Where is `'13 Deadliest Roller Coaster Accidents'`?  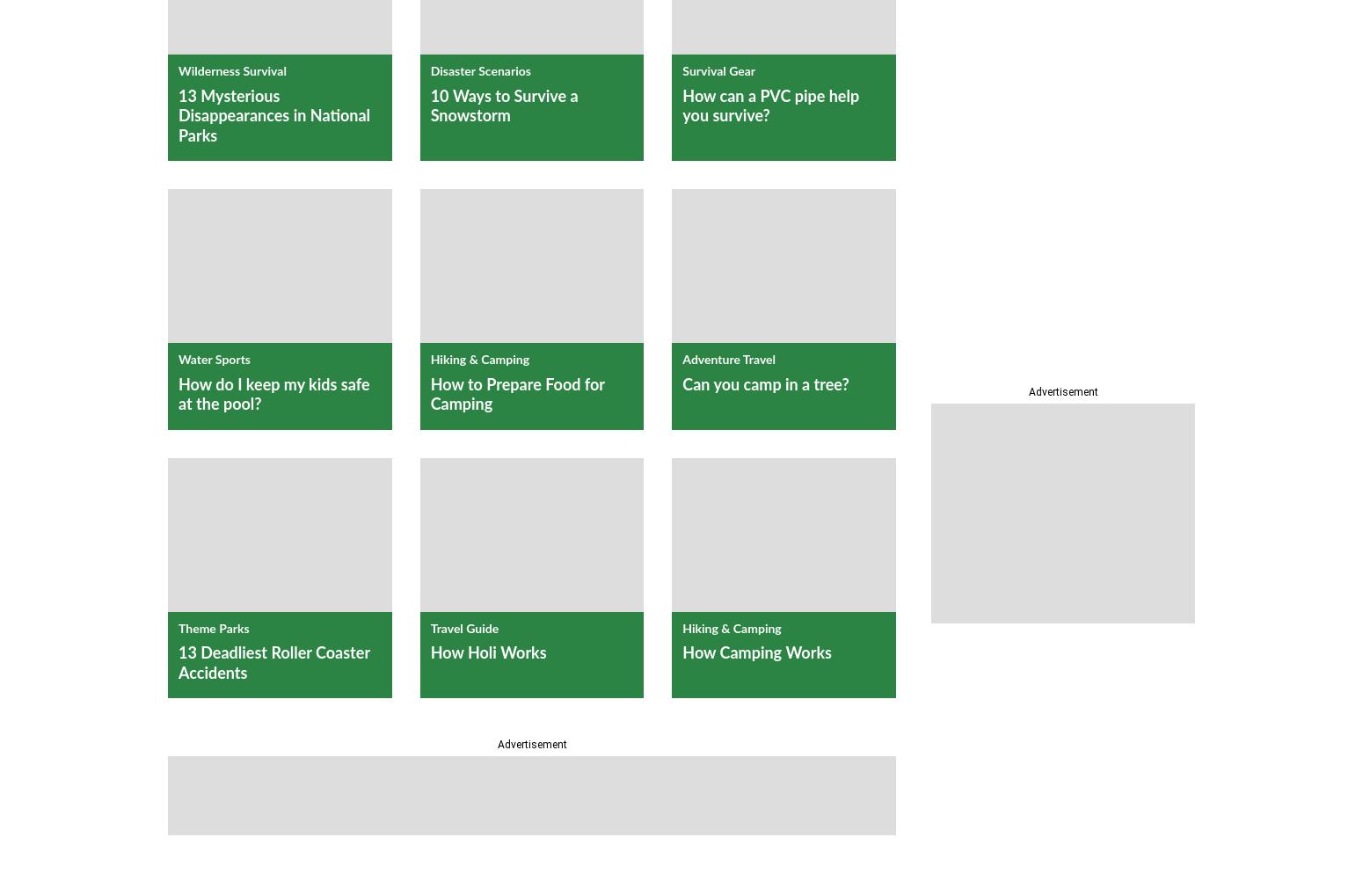
'13 Deadliest Roller Coaster Accidents' is located at coordinates (273, 662).